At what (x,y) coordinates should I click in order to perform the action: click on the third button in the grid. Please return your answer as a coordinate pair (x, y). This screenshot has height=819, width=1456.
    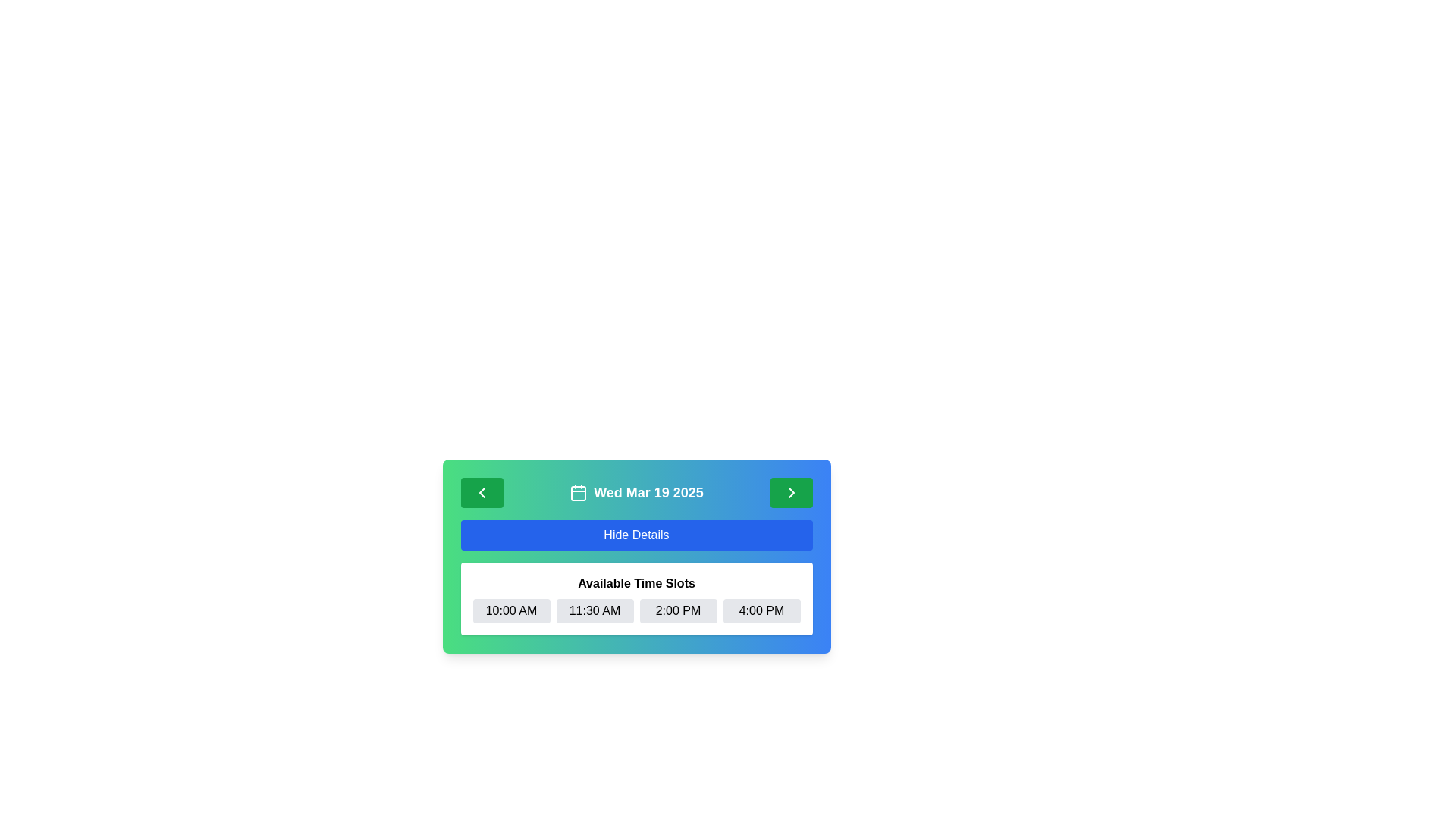
    Looking at the image, I should click on (677, 610).